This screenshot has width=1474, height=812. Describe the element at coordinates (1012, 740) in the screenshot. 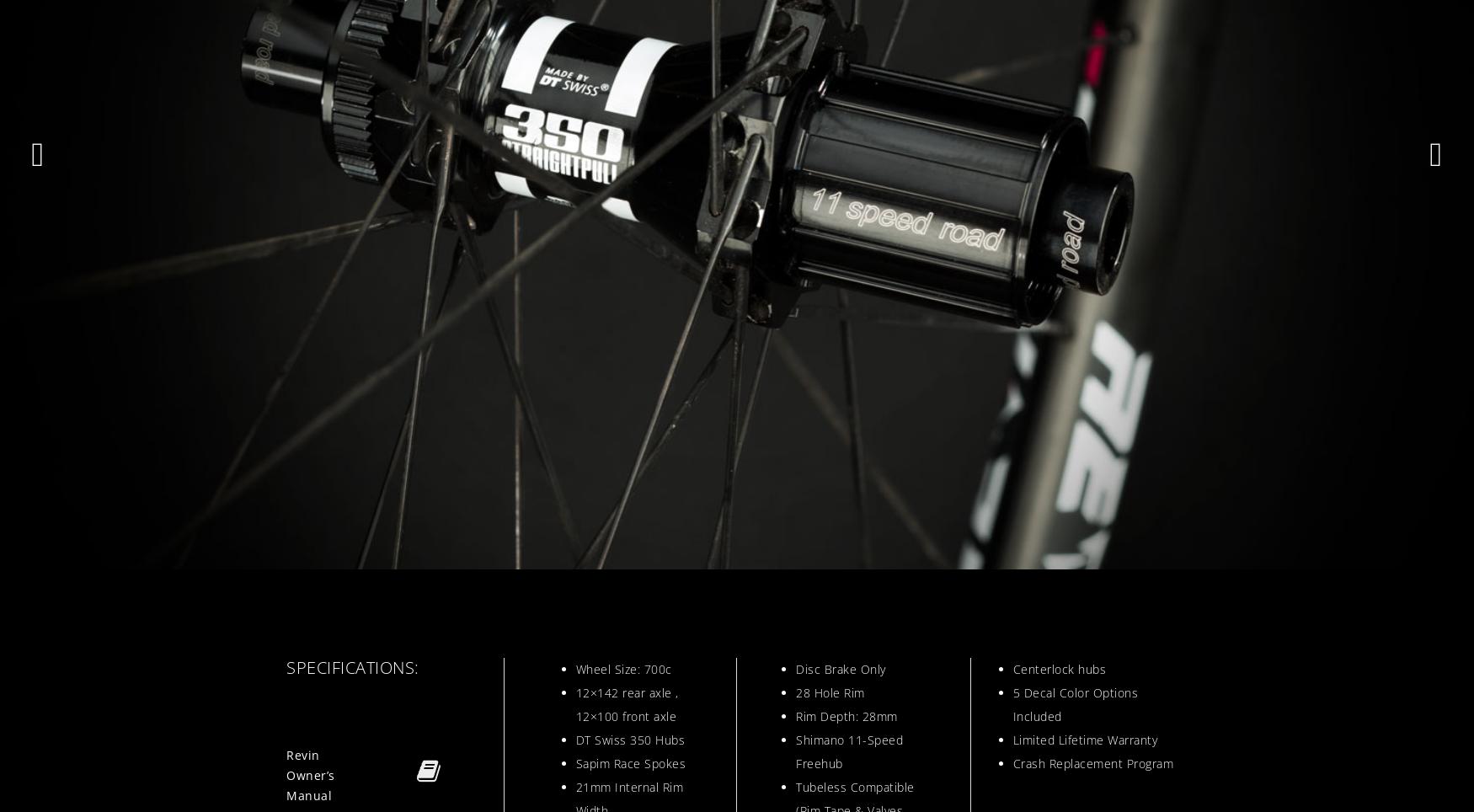

I see `'Limited Lifetime Warranty'` at that location.